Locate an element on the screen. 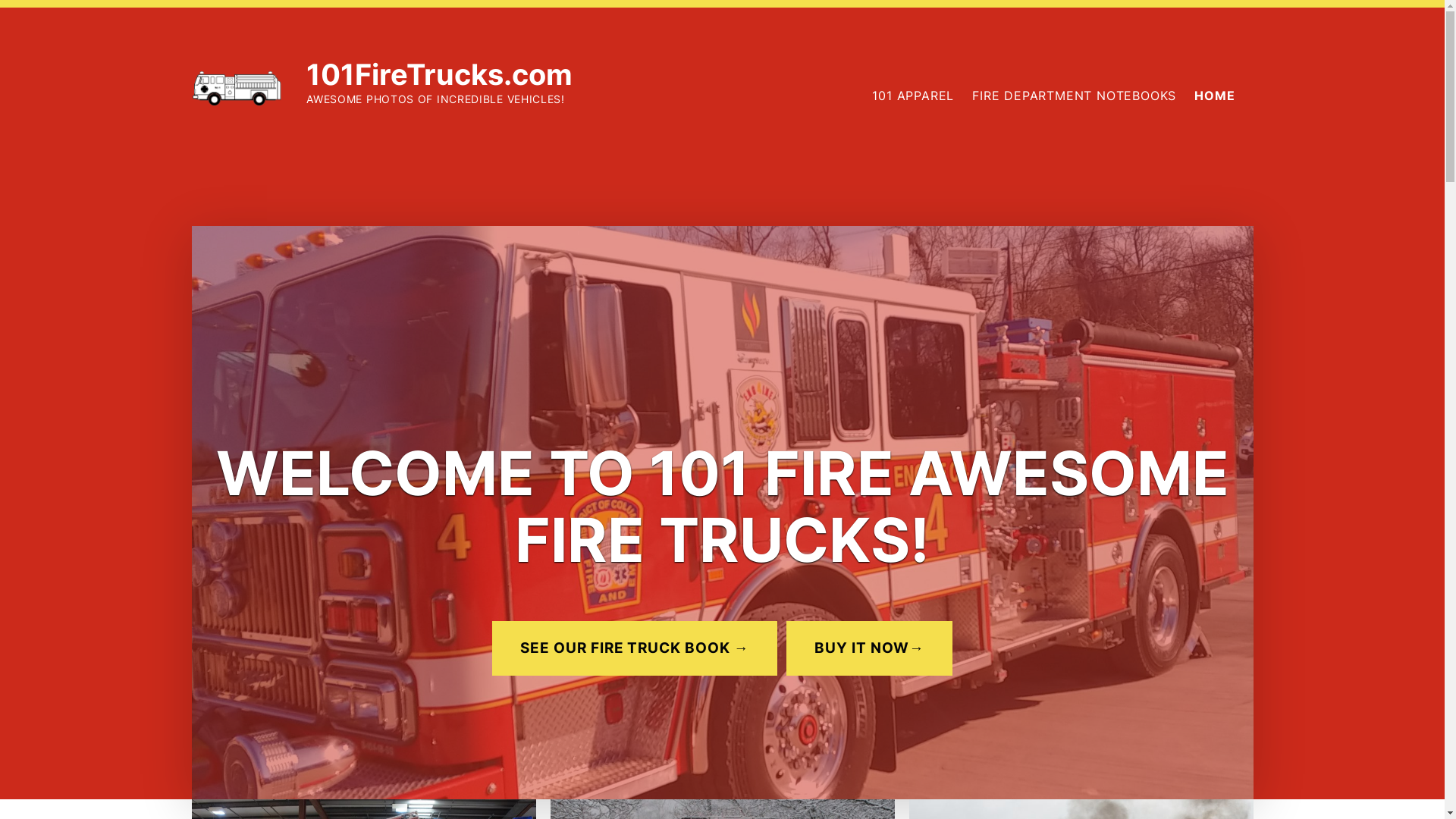  'FIRE DEPARTMENT NOTEBOOKS' is located at coordinates (1073, 96).